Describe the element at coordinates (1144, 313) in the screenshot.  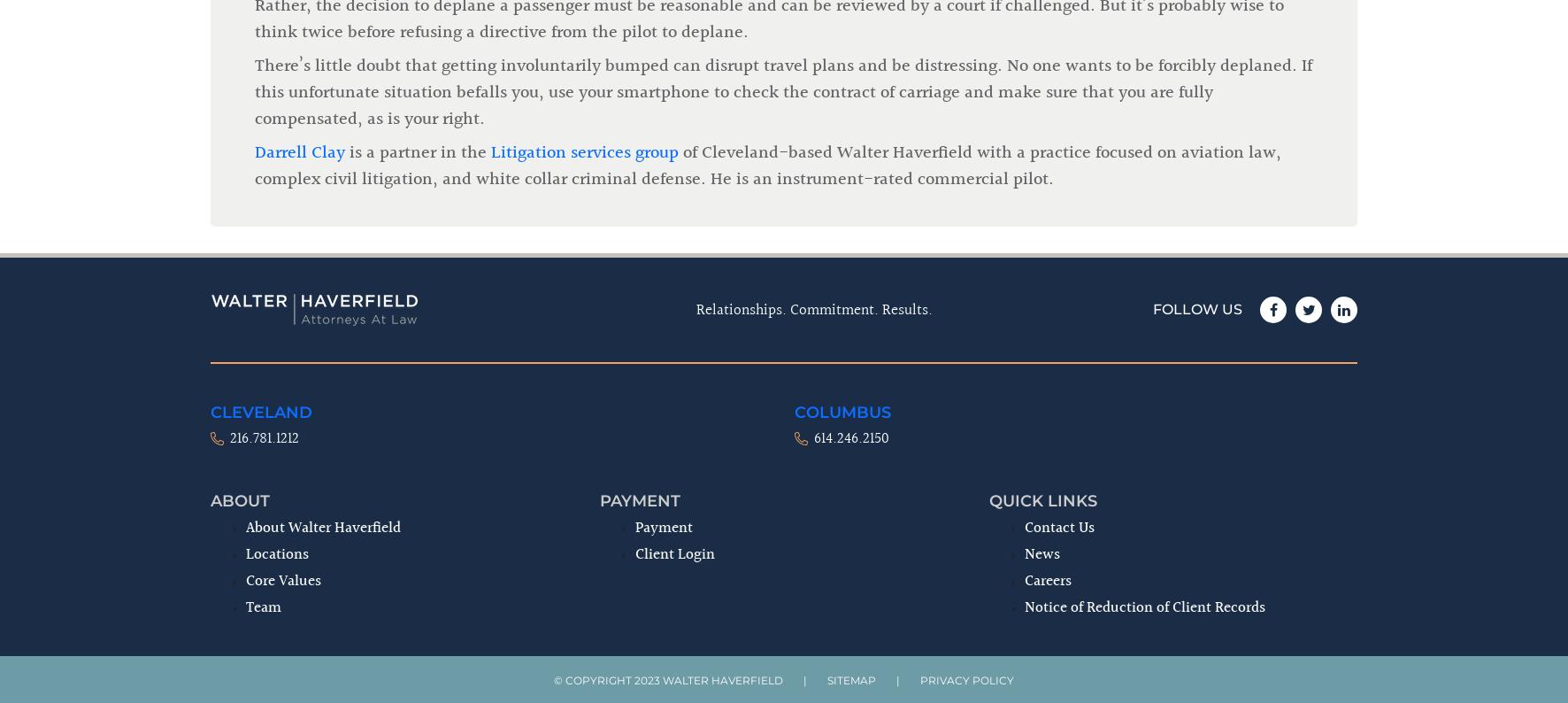
I see `'Notice of Reduction of Client Records'` at that location.